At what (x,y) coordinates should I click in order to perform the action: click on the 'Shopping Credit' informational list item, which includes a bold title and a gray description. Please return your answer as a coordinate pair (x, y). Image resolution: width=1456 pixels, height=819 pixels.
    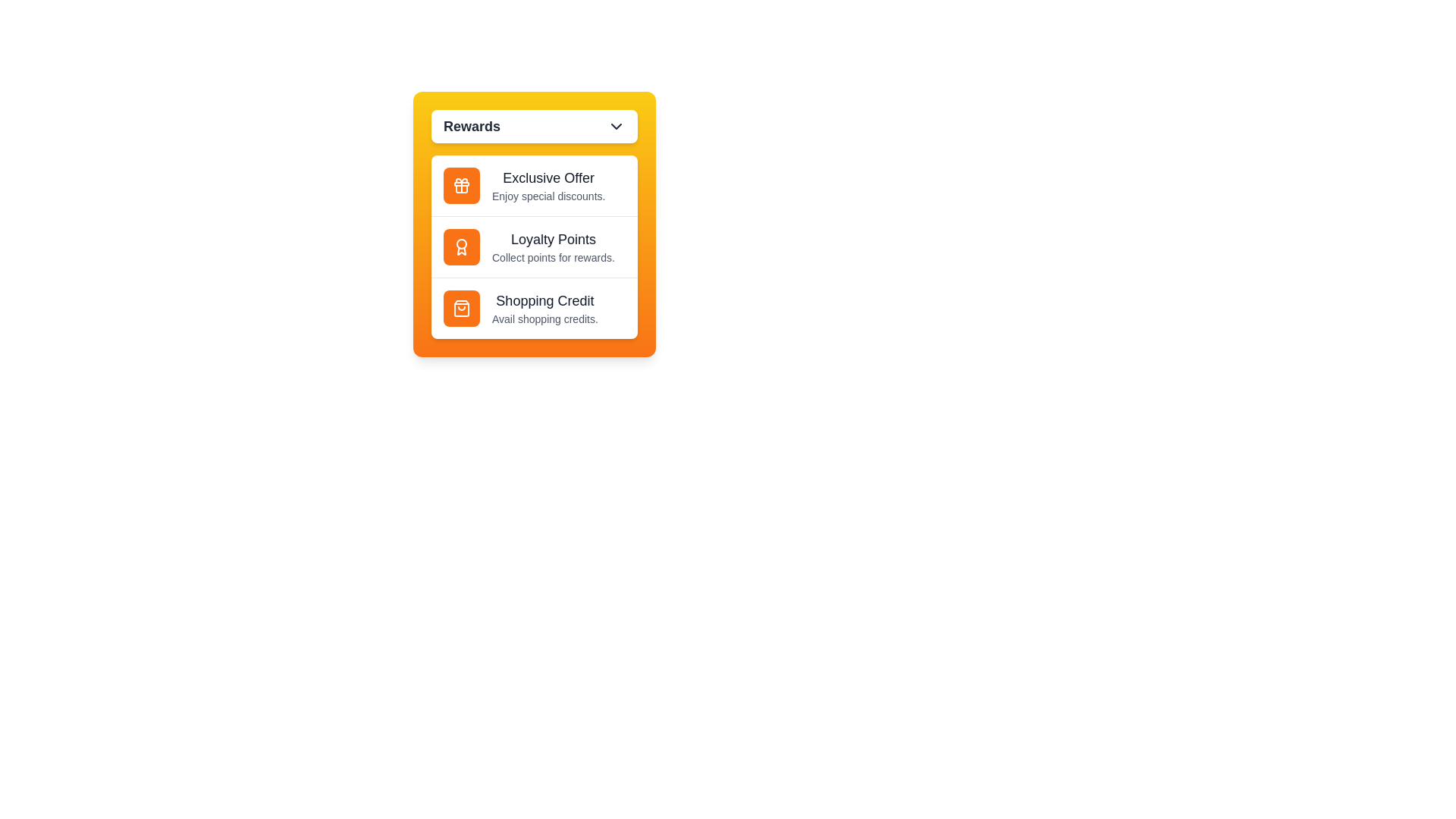
    Looking at the image, I should click on (544, 308).